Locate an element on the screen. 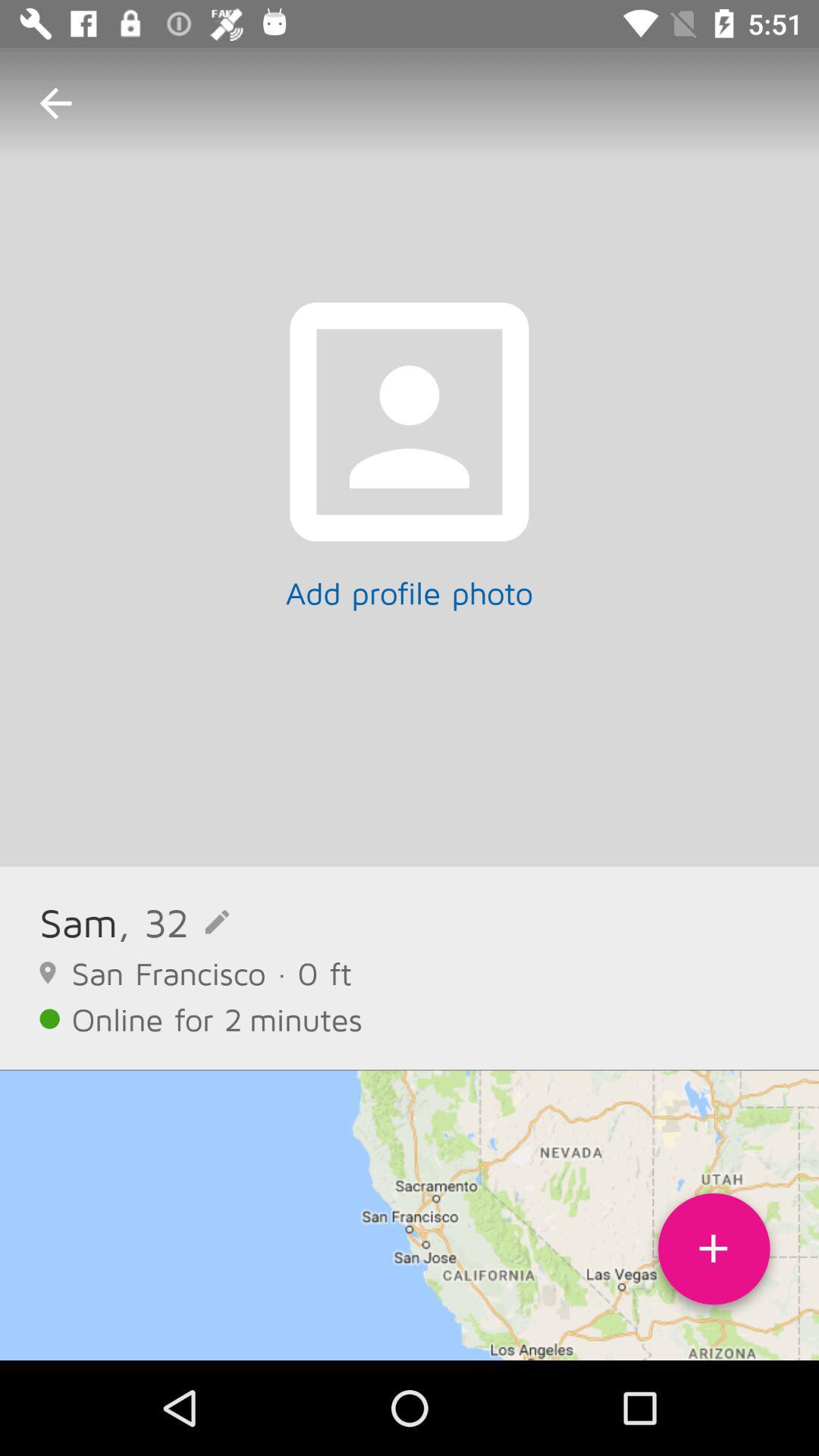  a new search is located at coordinates (714, 1254).